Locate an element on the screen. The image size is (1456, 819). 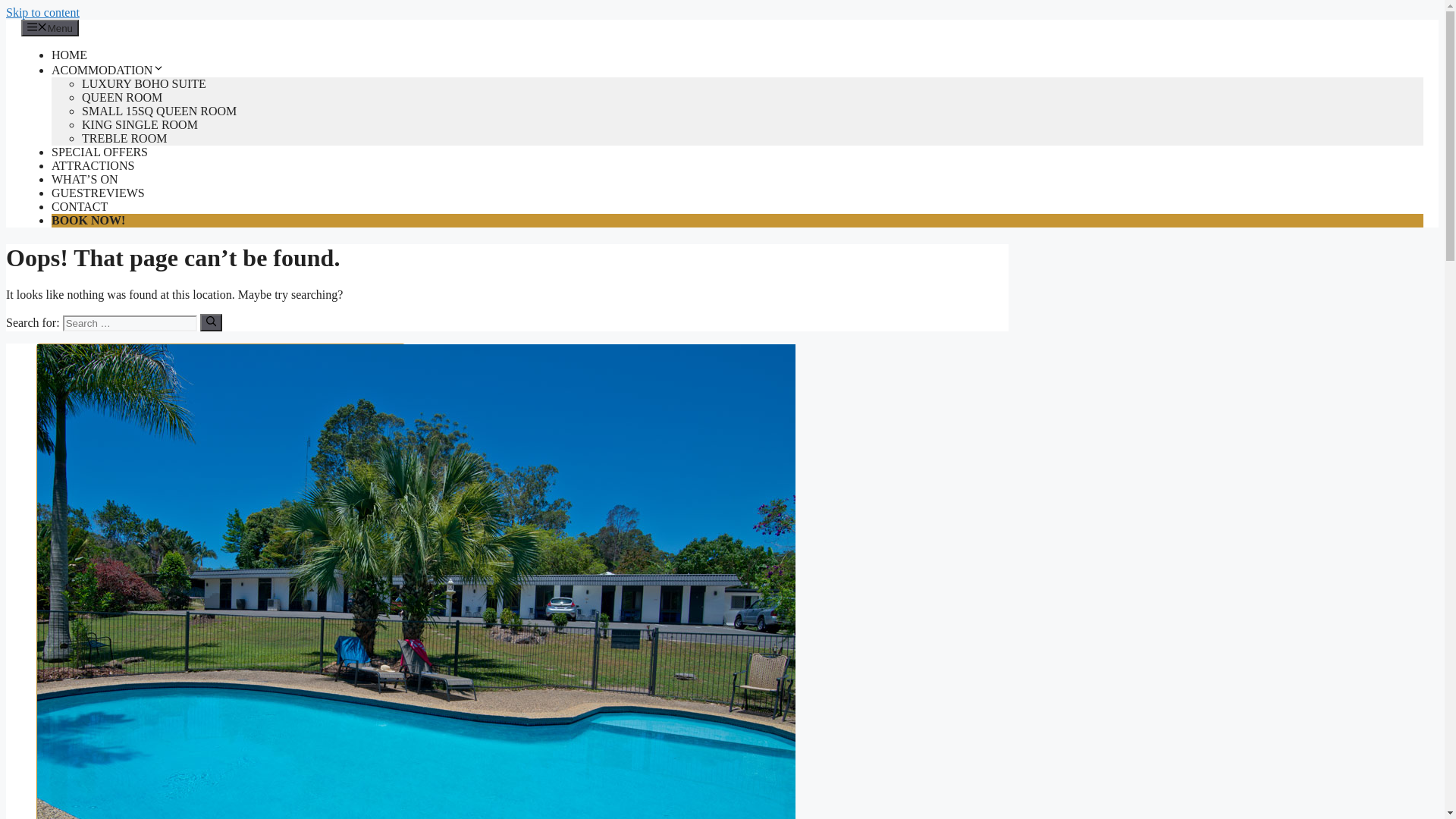
'SPECIAL OFFERS' is located at coordinates (51, 152).